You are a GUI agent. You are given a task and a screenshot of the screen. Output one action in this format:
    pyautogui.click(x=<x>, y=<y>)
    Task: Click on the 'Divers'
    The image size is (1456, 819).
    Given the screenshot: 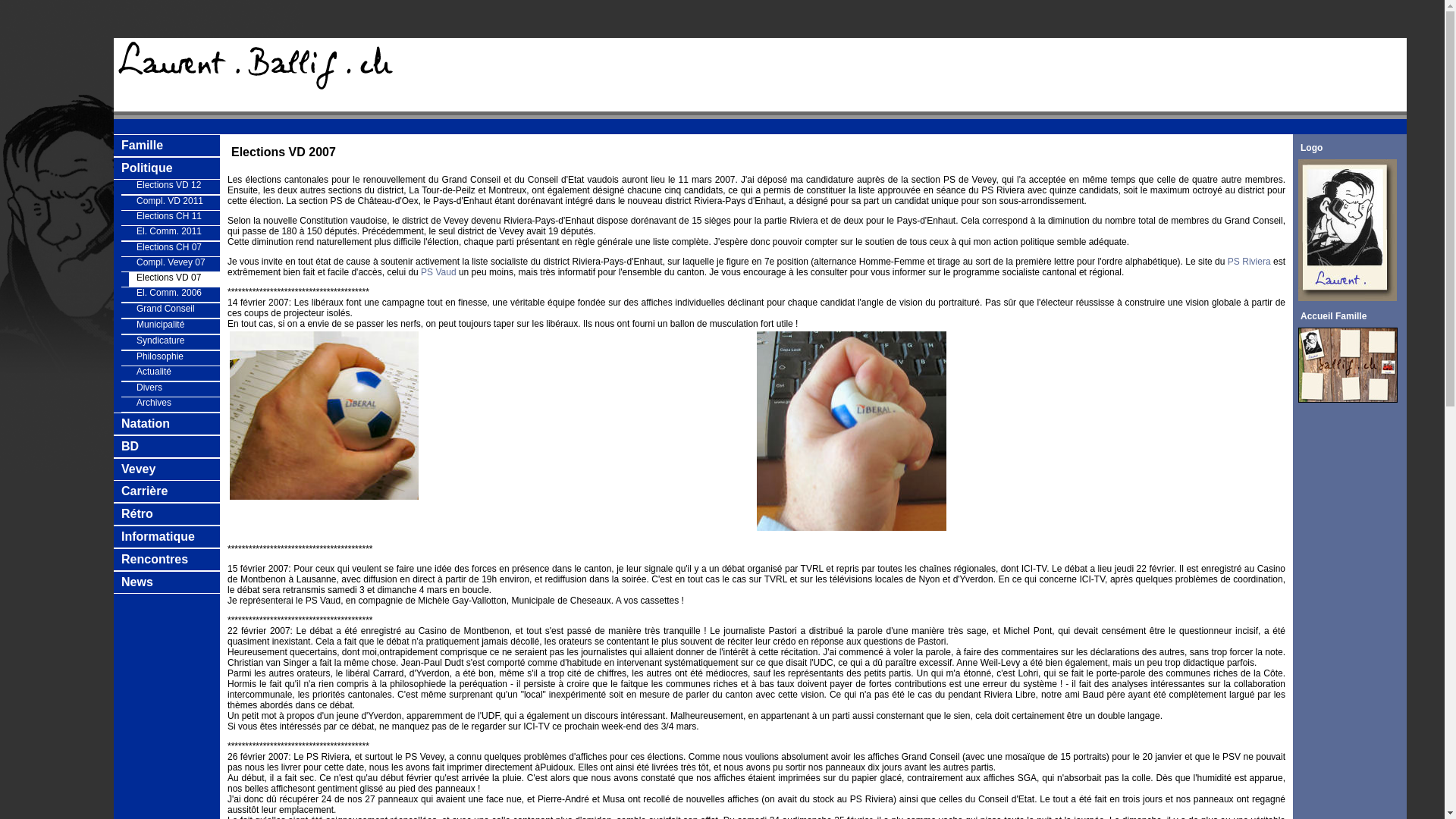 What is the action you would take?
    pyautogui.click(x=174, y=388)
    